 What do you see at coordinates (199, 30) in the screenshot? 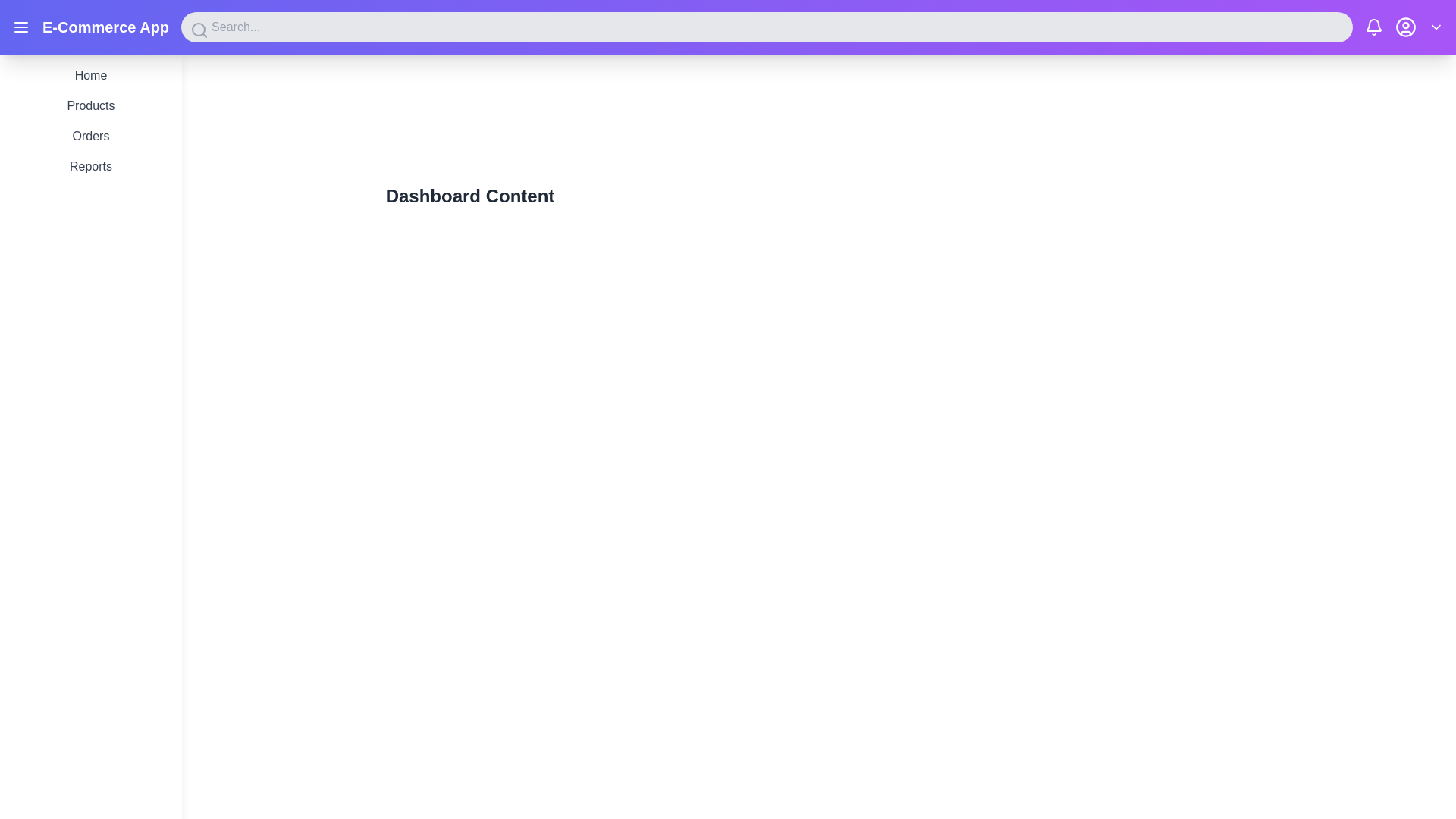
I see `the magnifying glass icon located on the leftmost side of the search bar` at bounding box center [199, 30].